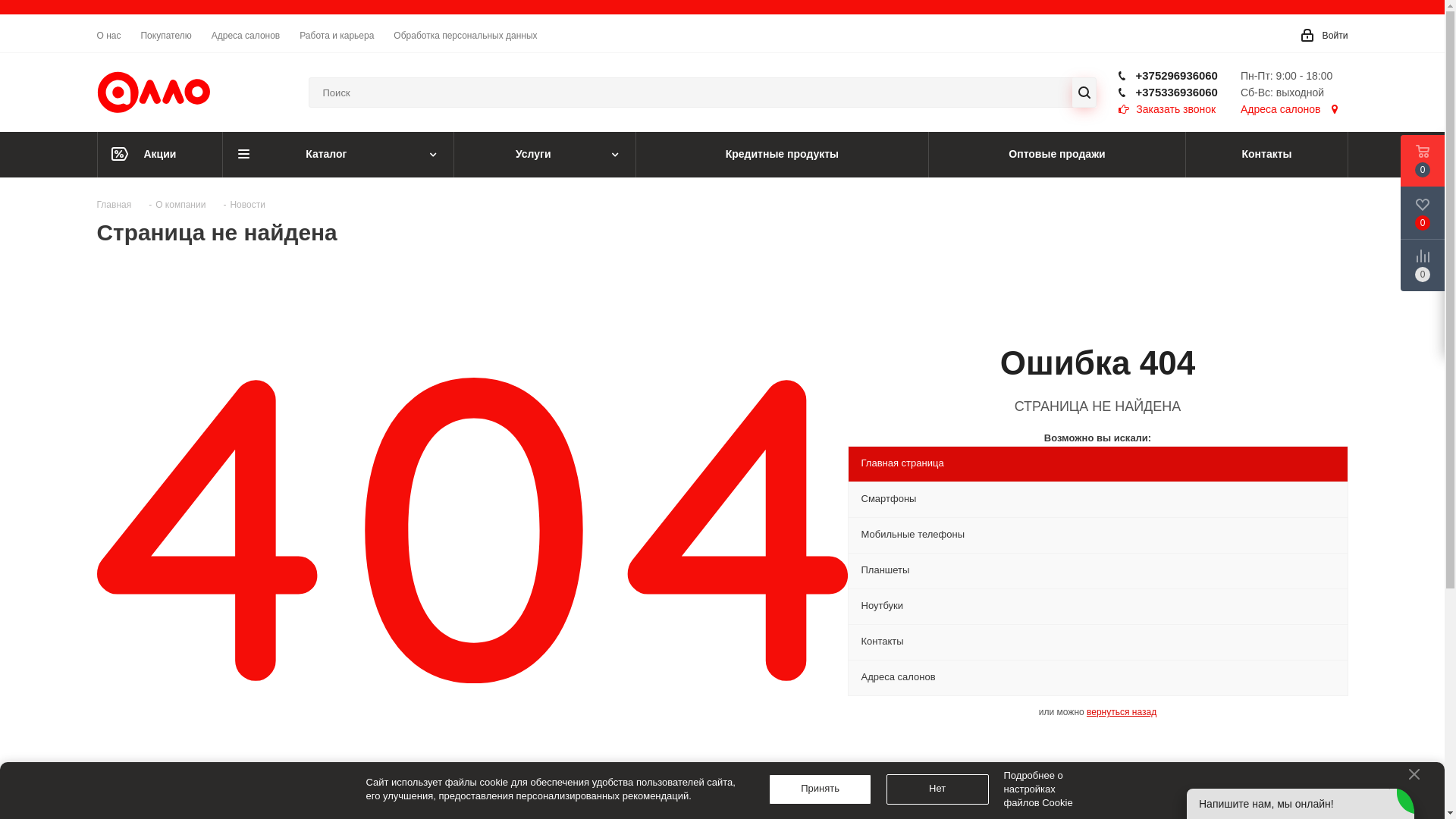 The width and height of the screenshot is (1456, 819). Describe the element at coordinates (1135, 92) in the screenshot. I see `'+375336936060'` at that location.